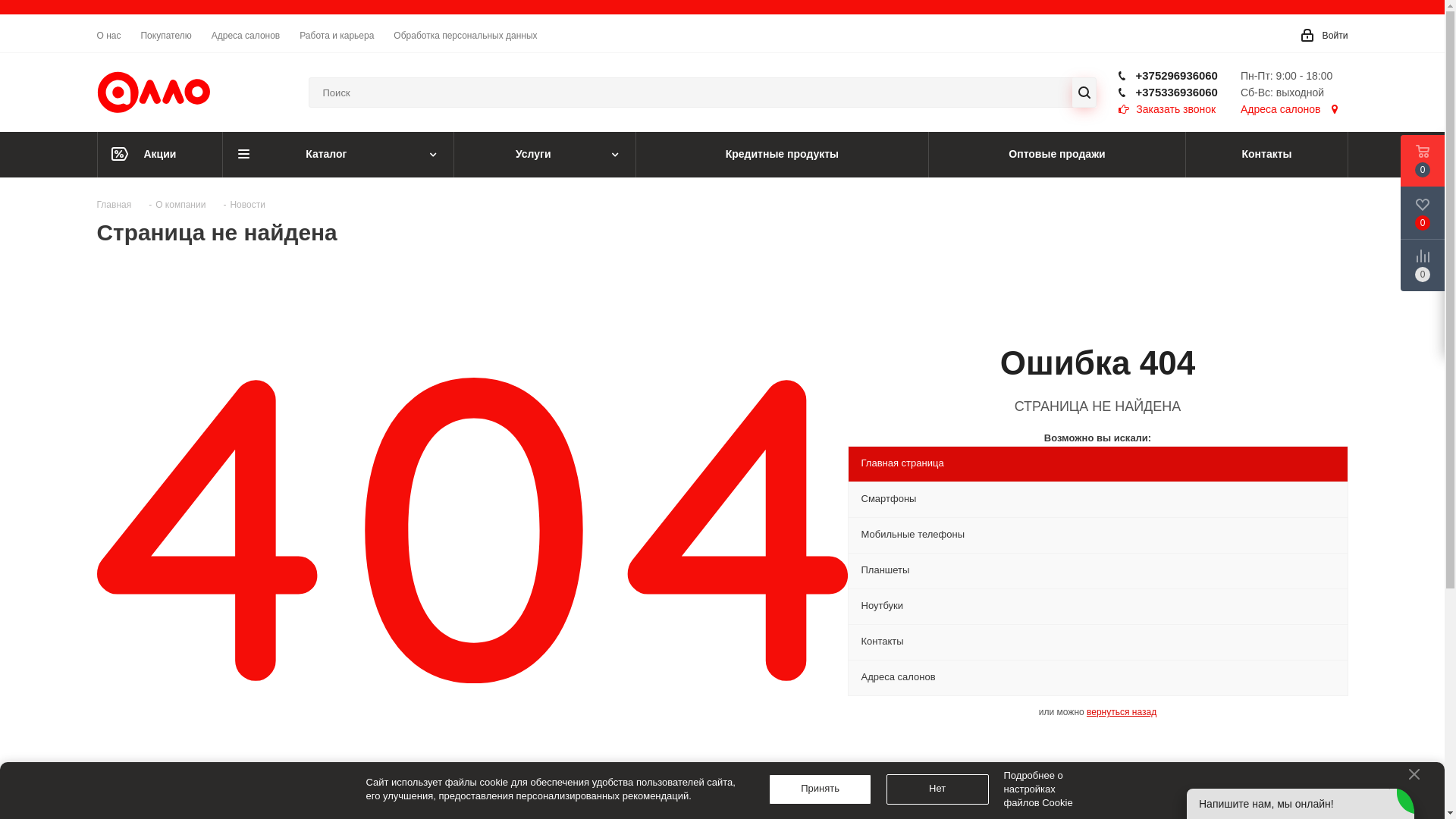 The width and height of the screenshot is (1456, 819). Describe the element at coordinates (1135, 92) in the screenshot. I see `'+375336936060'` at that location.